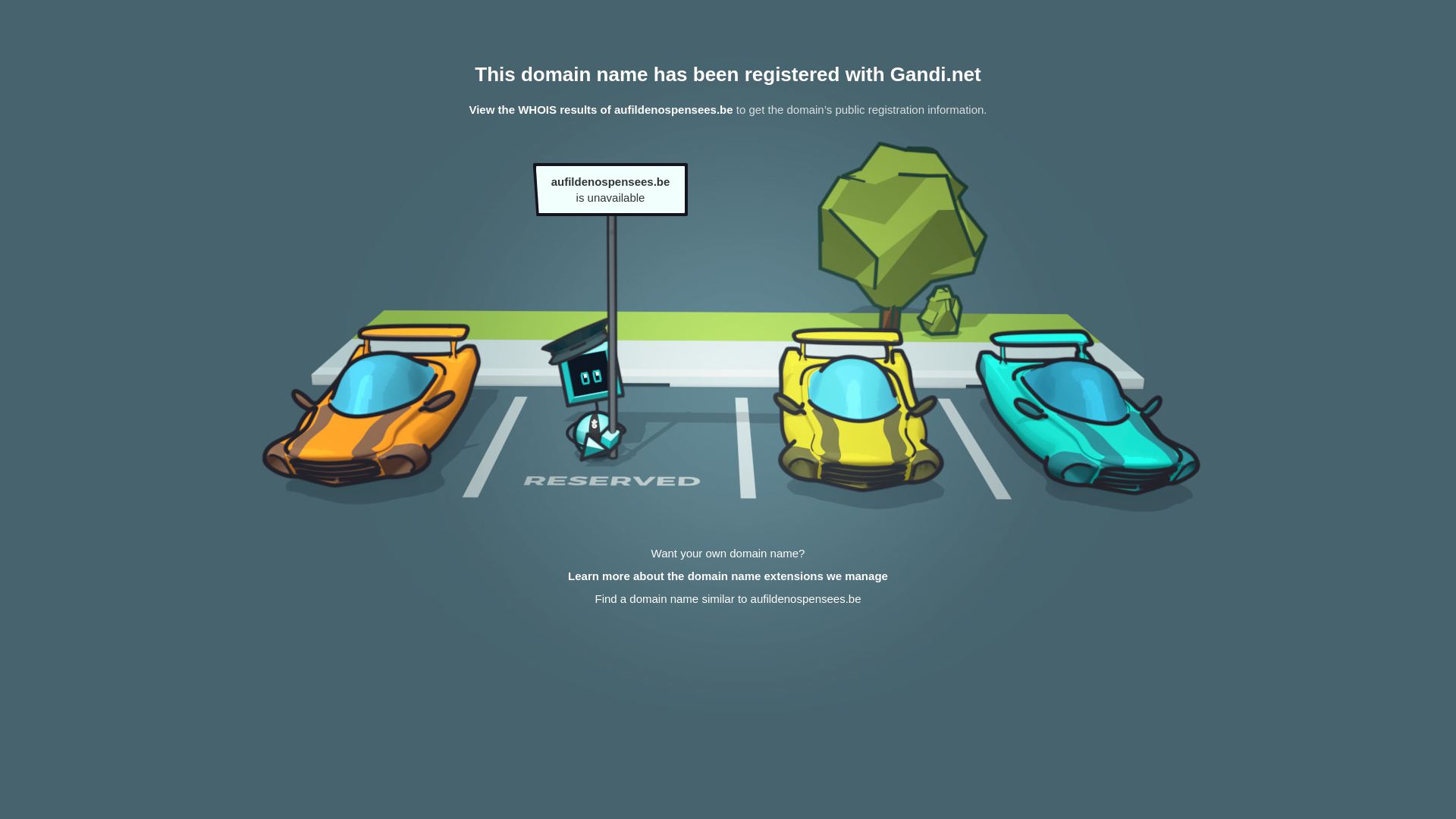 Image resolution: width=1456 pixels, height=819 pixels. Describe the element at coordinates (600, 108) in the screenshot. I see `'View the WHOIS results of aufildenospensees.be'` at that location.